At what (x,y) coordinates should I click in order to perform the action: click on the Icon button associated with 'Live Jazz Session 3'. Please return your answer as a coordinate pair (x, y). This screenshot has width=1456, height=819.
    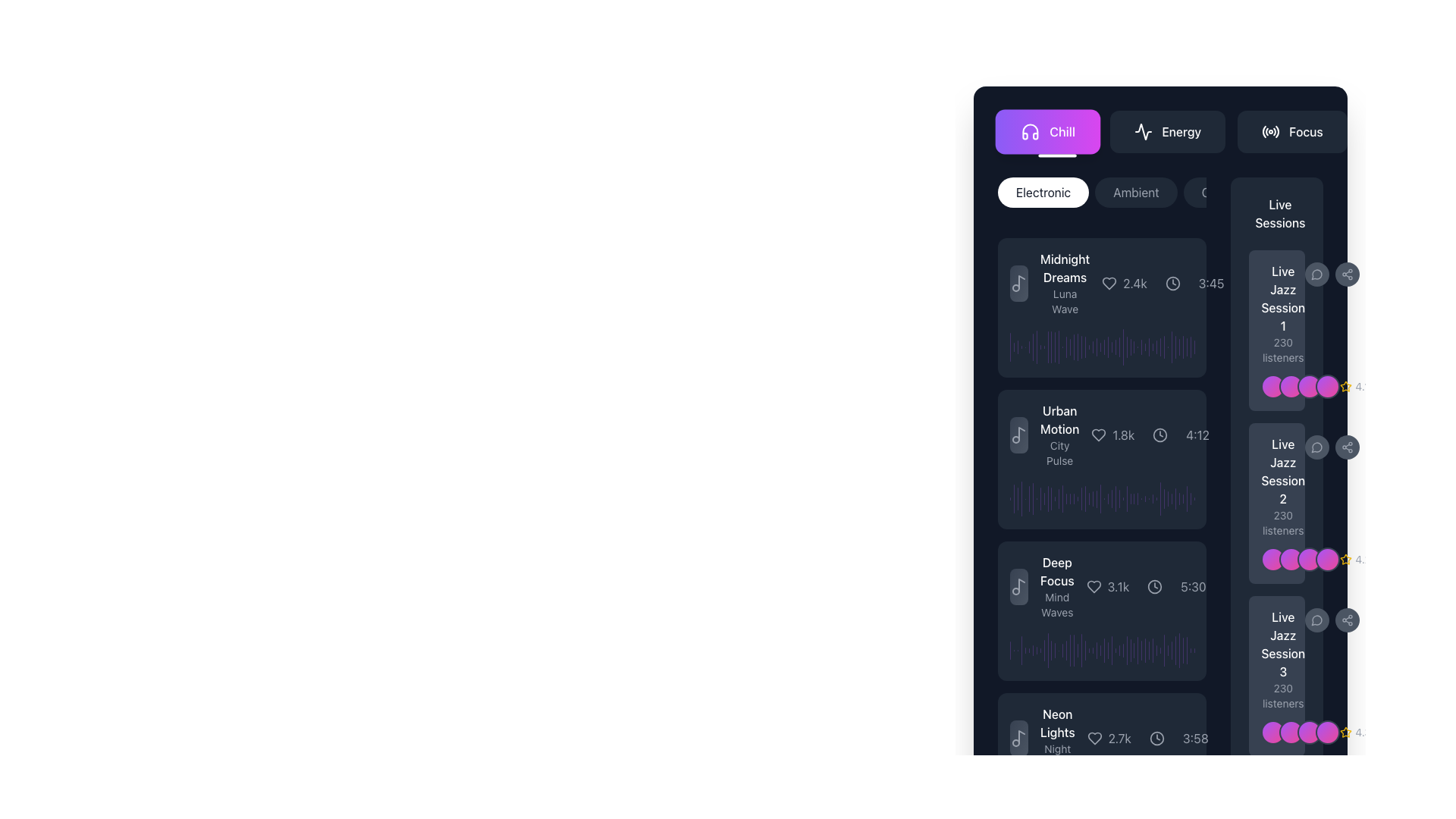
    Looking at the image, I should click on (1316, 620).